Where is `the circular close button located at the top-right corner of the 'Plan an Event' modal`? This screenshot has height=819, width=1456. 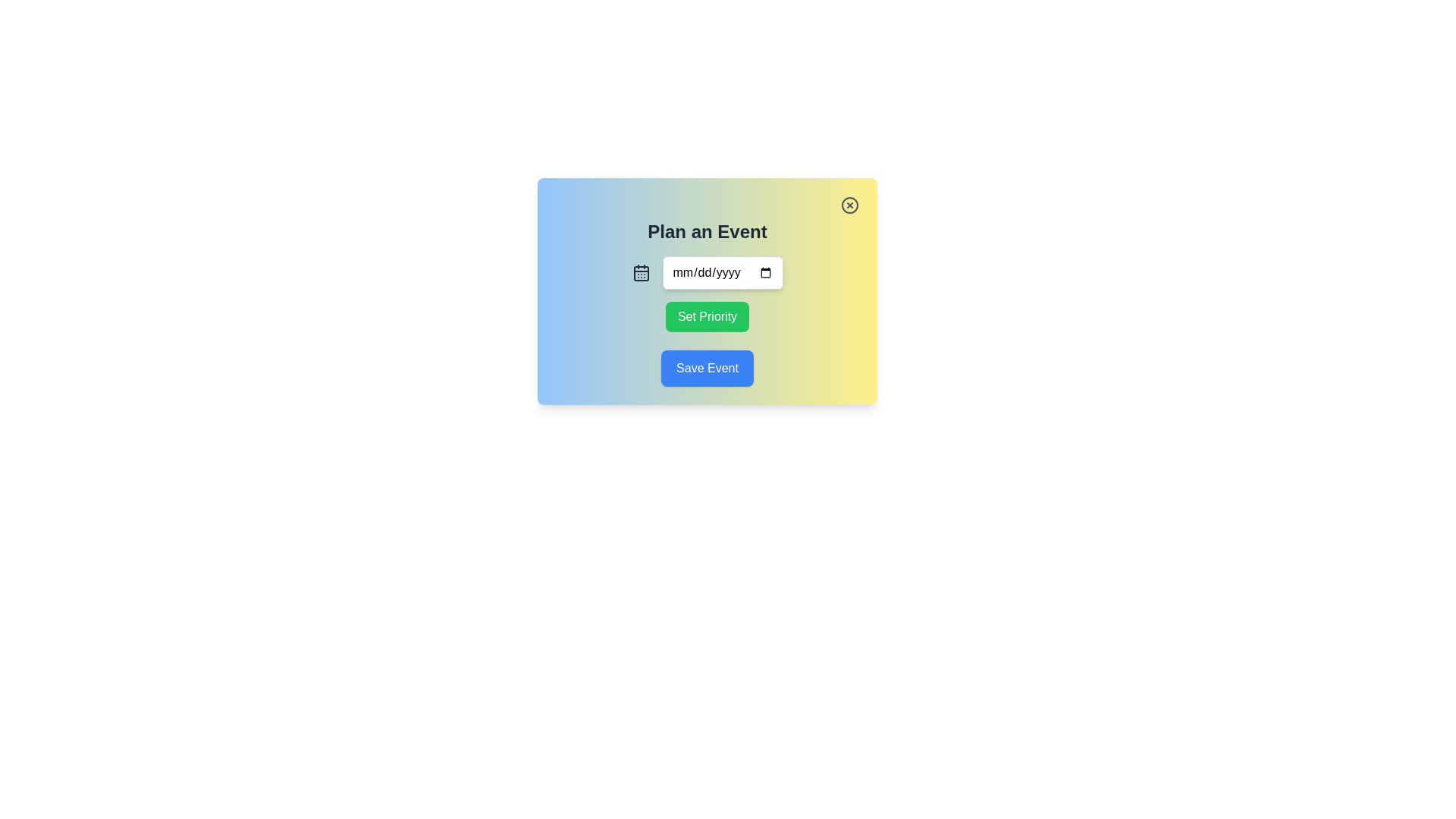
the circular close button located at the top-right corner of the 'Plan an Event' modal is located at coordinates (850, 205).